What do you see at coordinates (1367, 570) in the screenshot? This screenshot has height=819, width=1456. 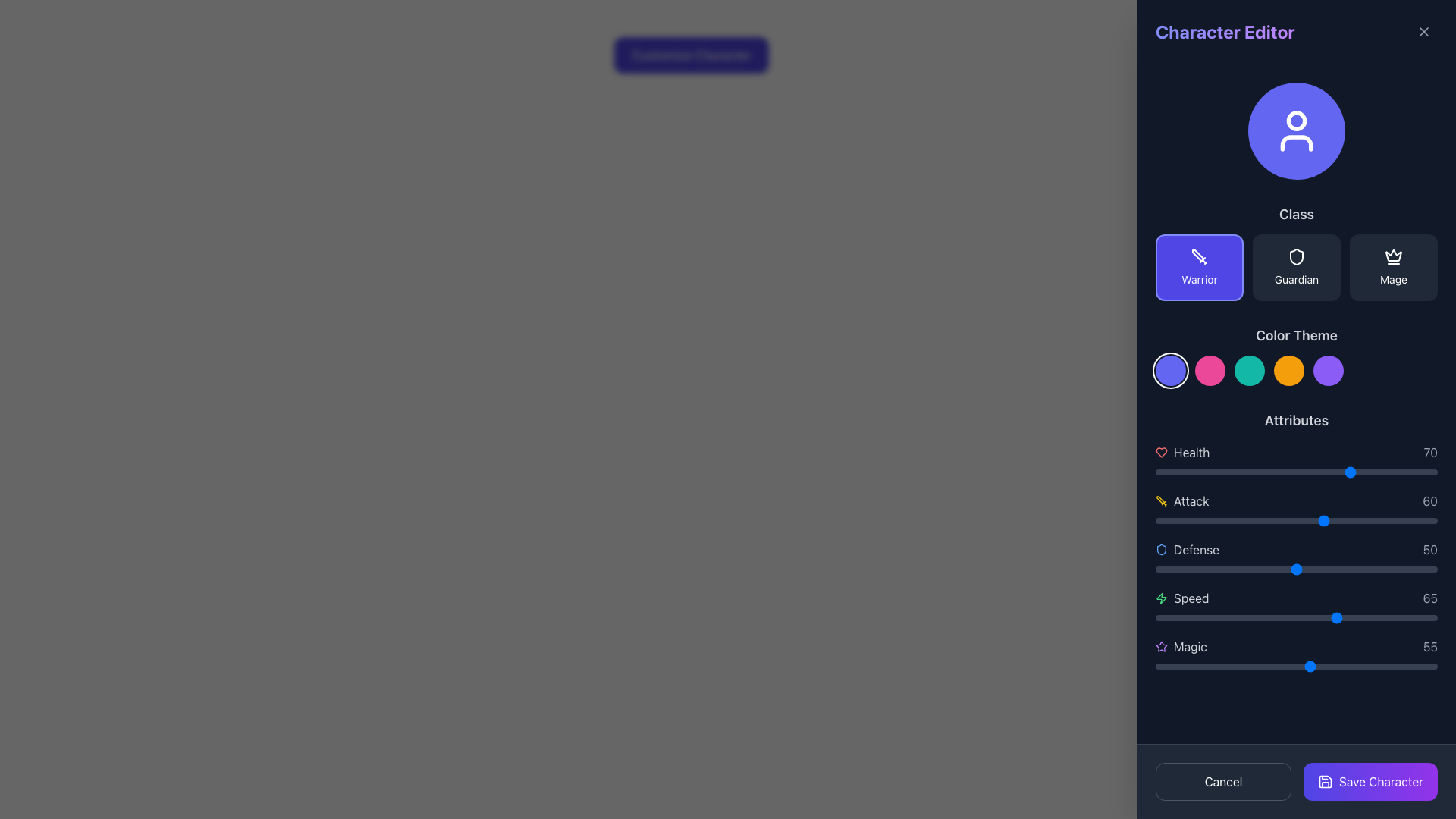 I see `the defense level` at bounding box center [1367, 570].